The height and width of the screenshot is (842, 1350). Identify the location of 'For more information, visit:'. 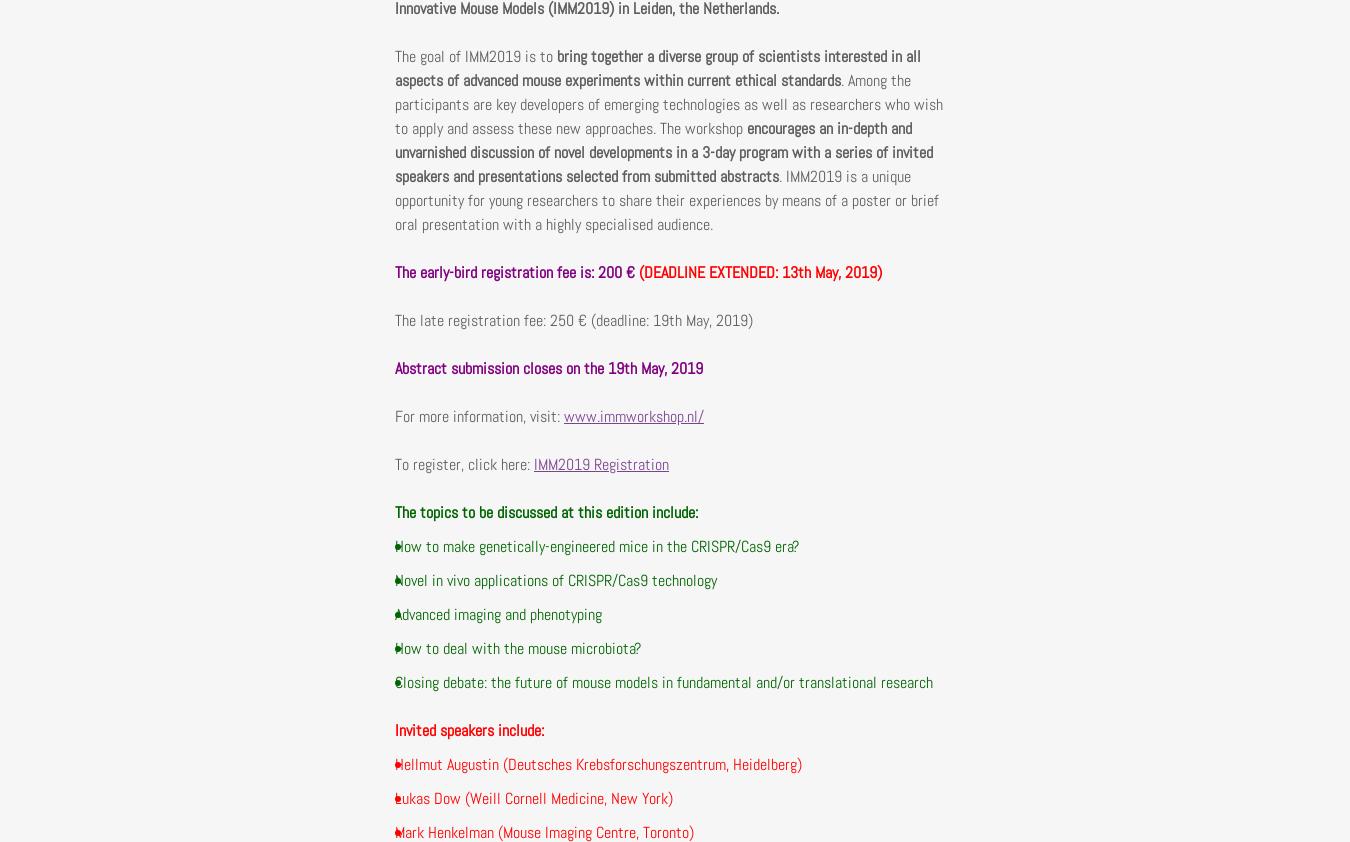
(478, 415).